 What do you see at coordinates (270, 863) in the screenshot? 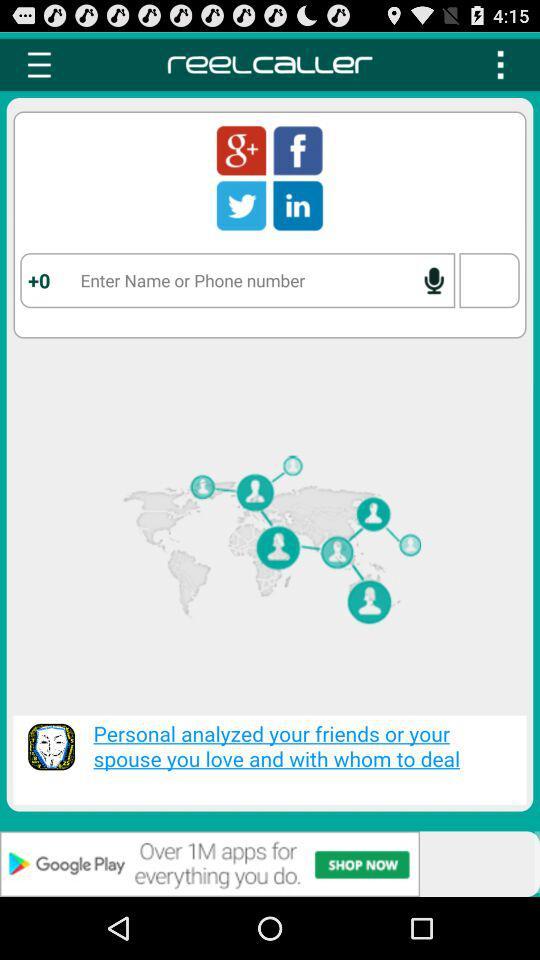
I see `google play advertisement` at bounding box center [270, 863].